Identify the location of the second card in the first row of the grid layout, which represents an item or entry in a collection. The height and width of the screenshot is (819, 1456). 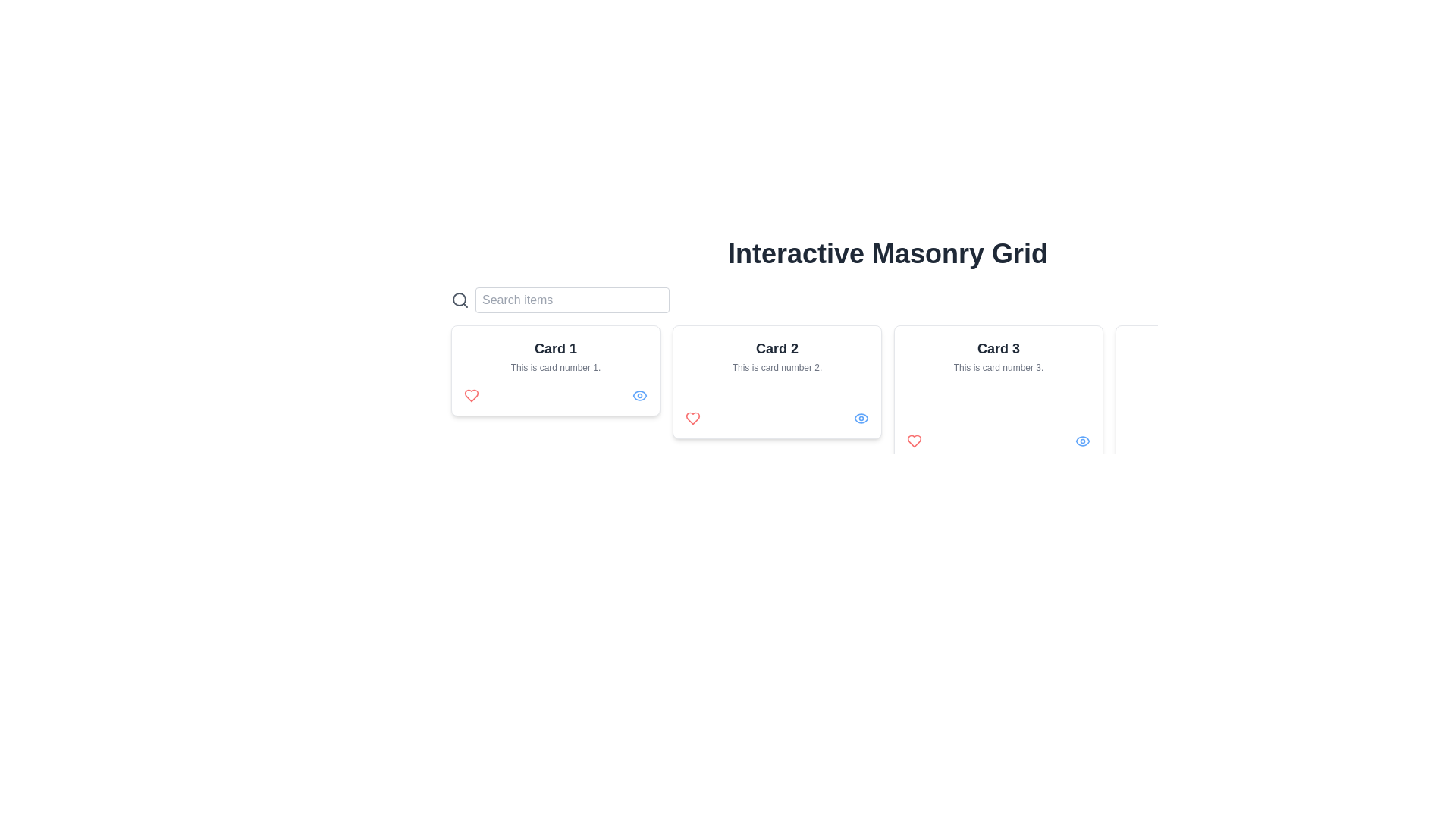
(777, 381).